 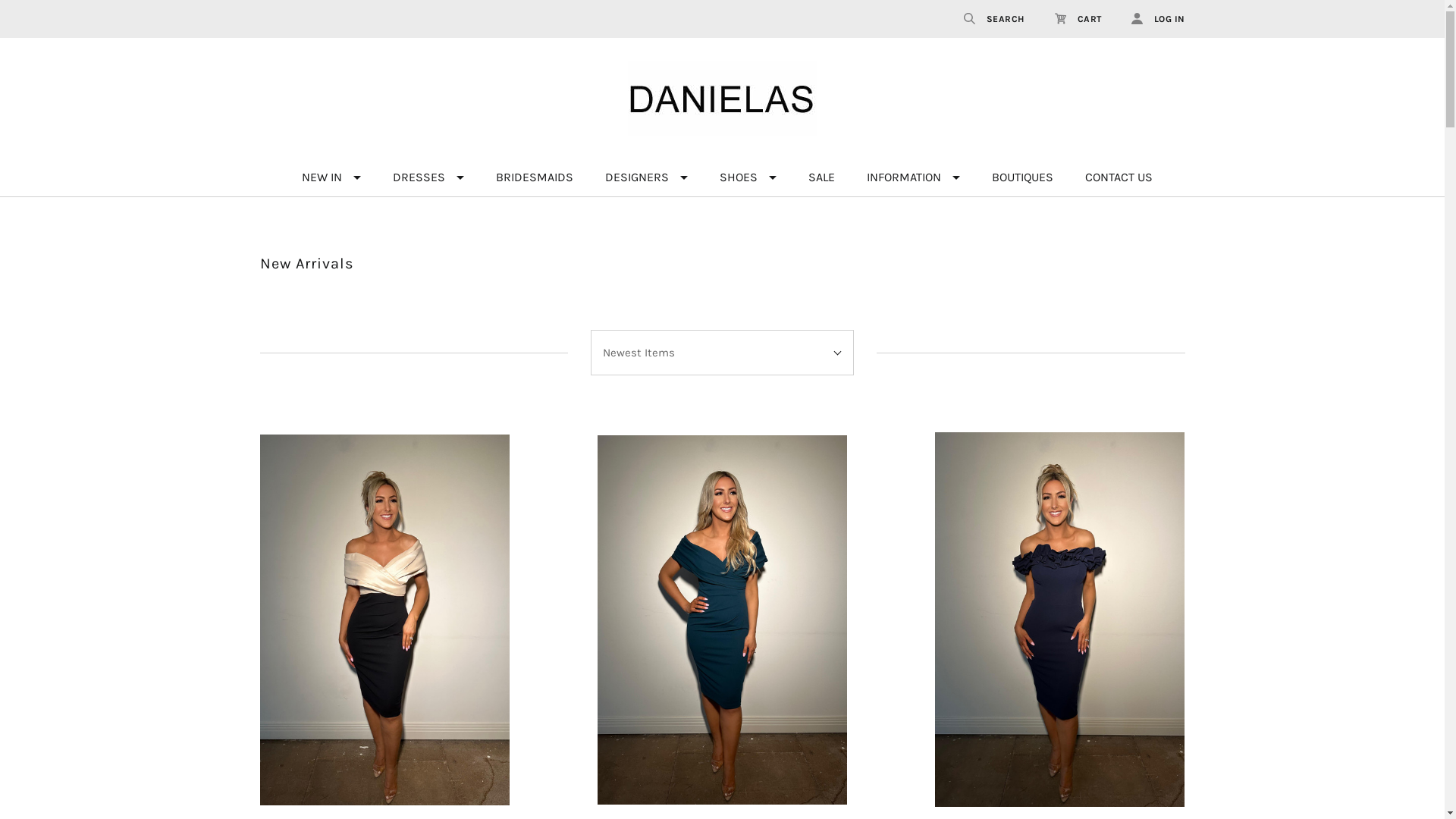 I want to click on 'BOUTIQUES', so click(x=979, y=177).